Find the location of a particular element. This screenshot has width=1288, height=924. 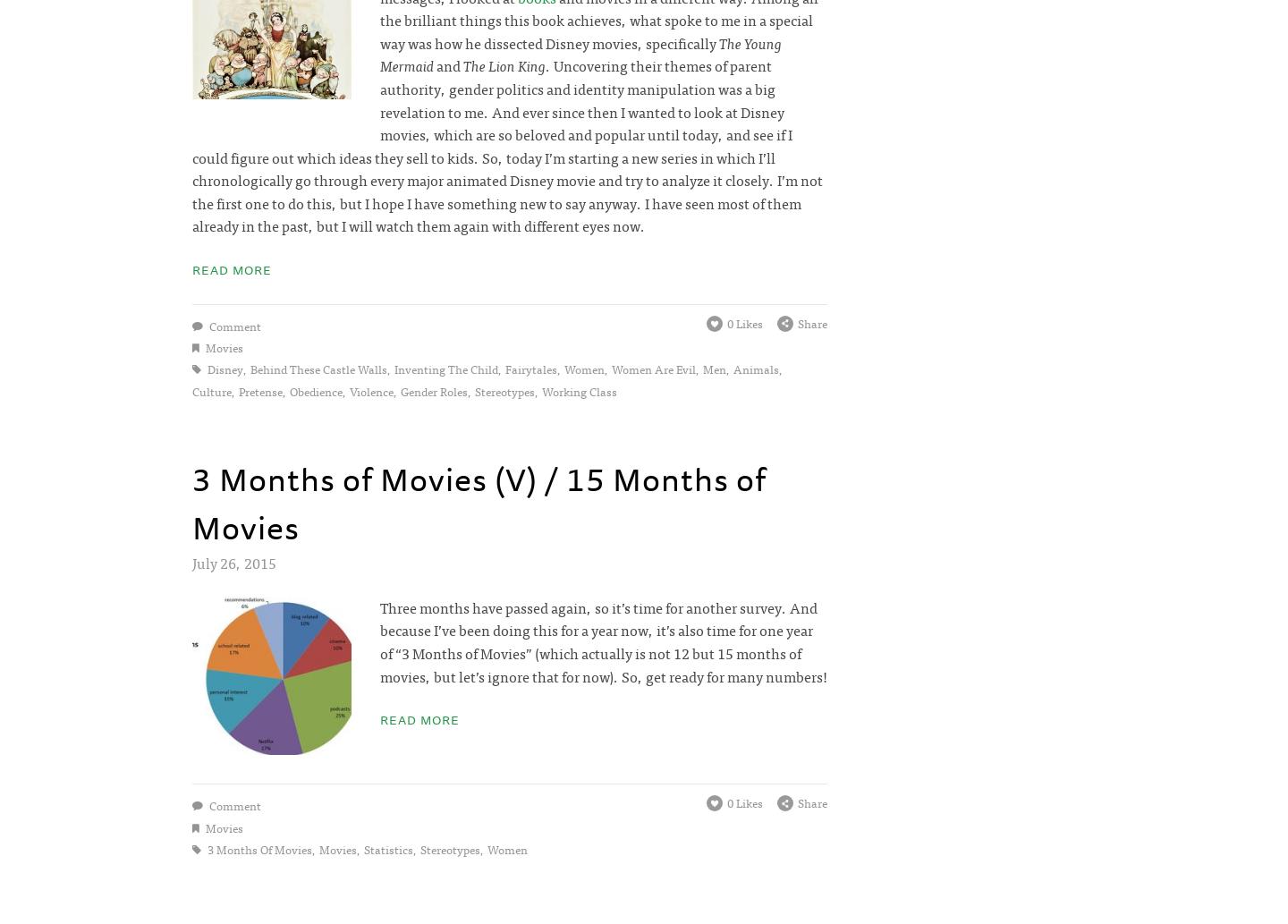

'working class' is located at coordinates (579, 390).